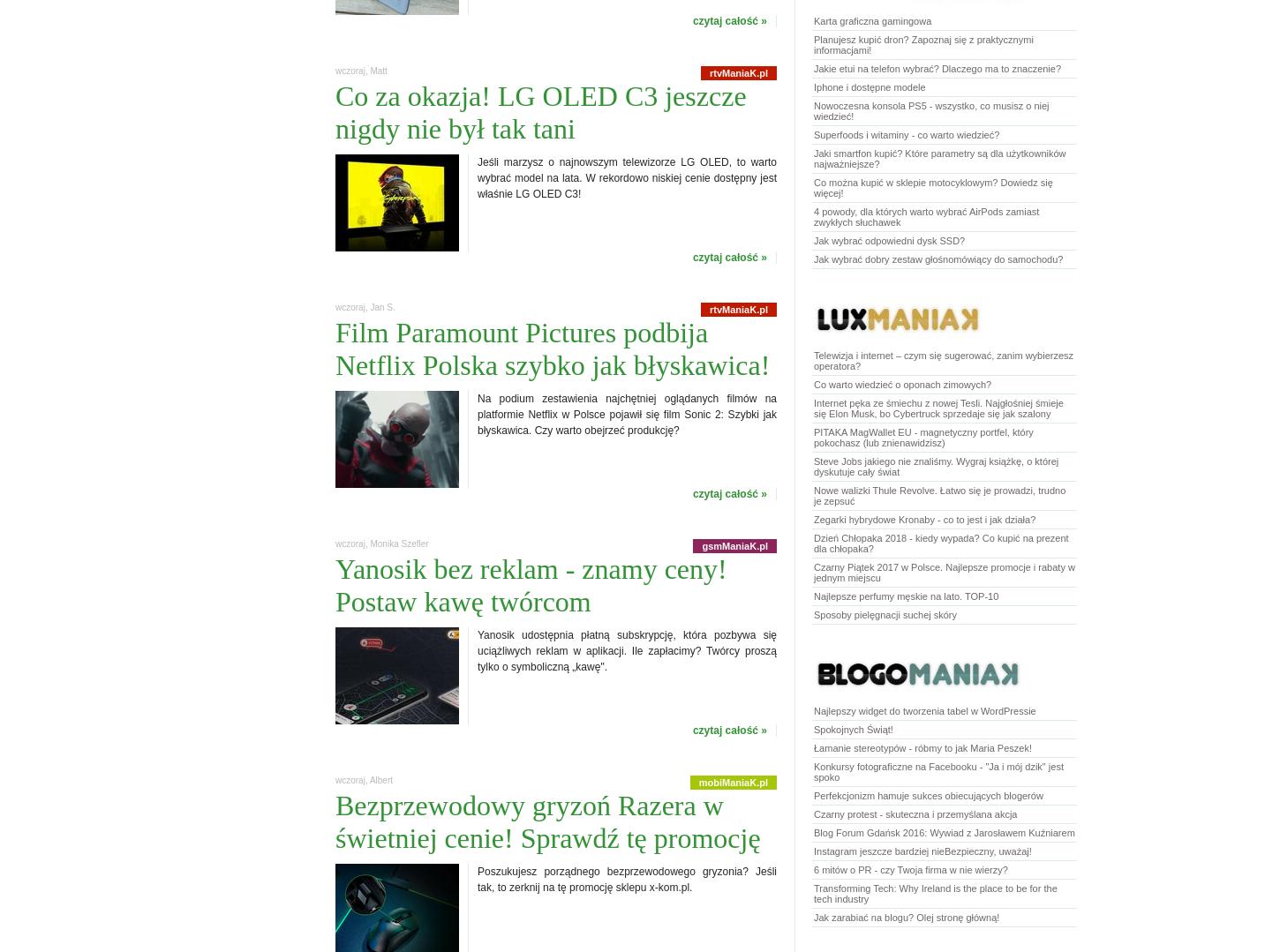  I want to click on 'Nowoczesna konsola PS5 - wszystko, co musisz o niej wiedzieć!', so click(931, 110).